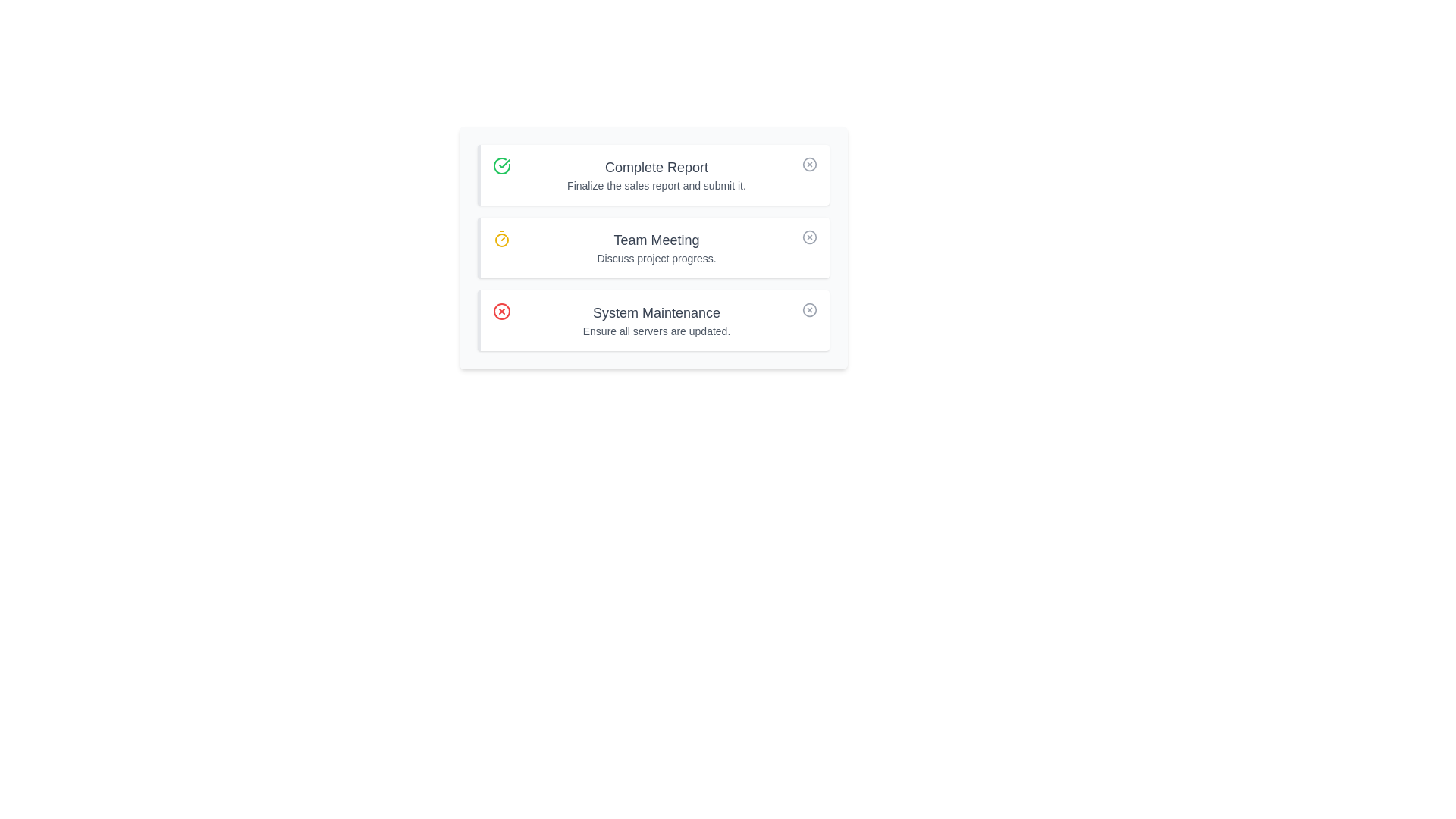 Image resolution: width=1456 pixels, height=819 pixels. What do you see at coordinates (654, 320) in the screenshot?
I see `the task titled System Maintenance to emphasize its details` at bounding box center [654, 320].